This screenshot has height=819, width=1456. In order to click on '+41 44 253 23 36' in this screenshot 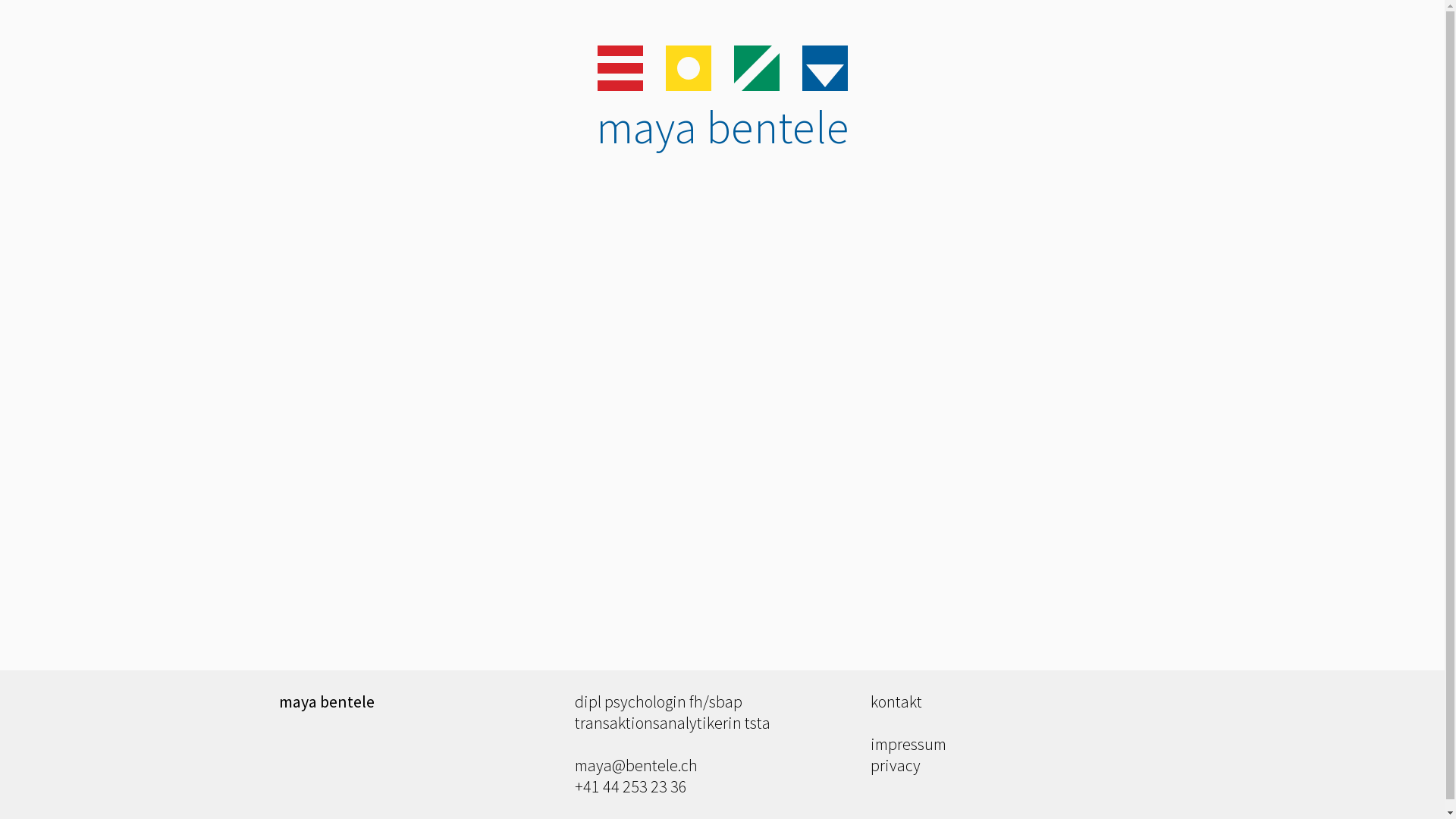, I will do `click(630, 786)`.